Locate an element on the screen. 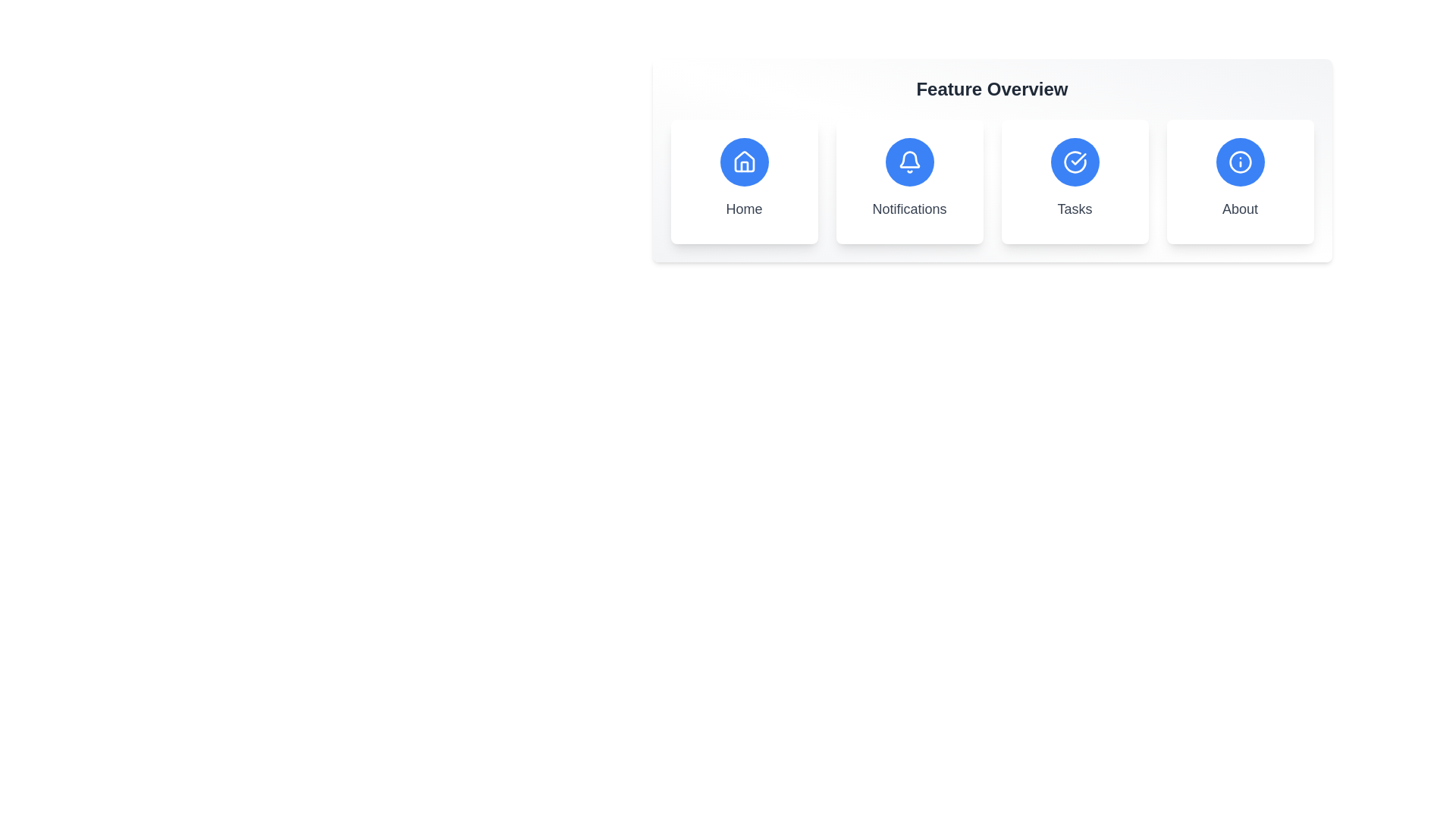  the checkmark icon within the blue circular background labeled 'Tasks' located under the 'Feature Overview' title is located at coordinates (1078, 158).